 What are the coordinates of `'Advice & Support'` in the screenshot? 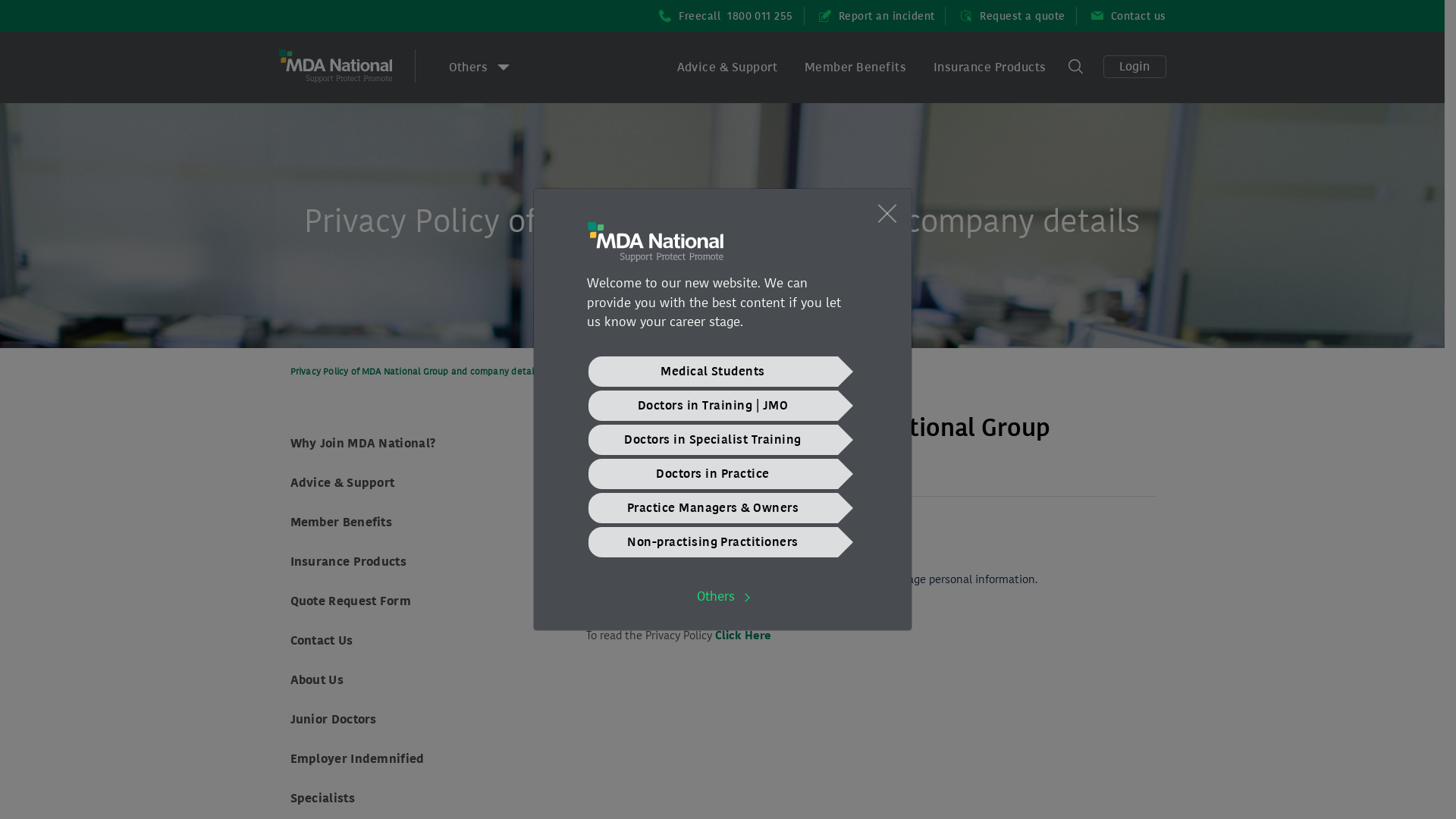 It's located at (726, 66).